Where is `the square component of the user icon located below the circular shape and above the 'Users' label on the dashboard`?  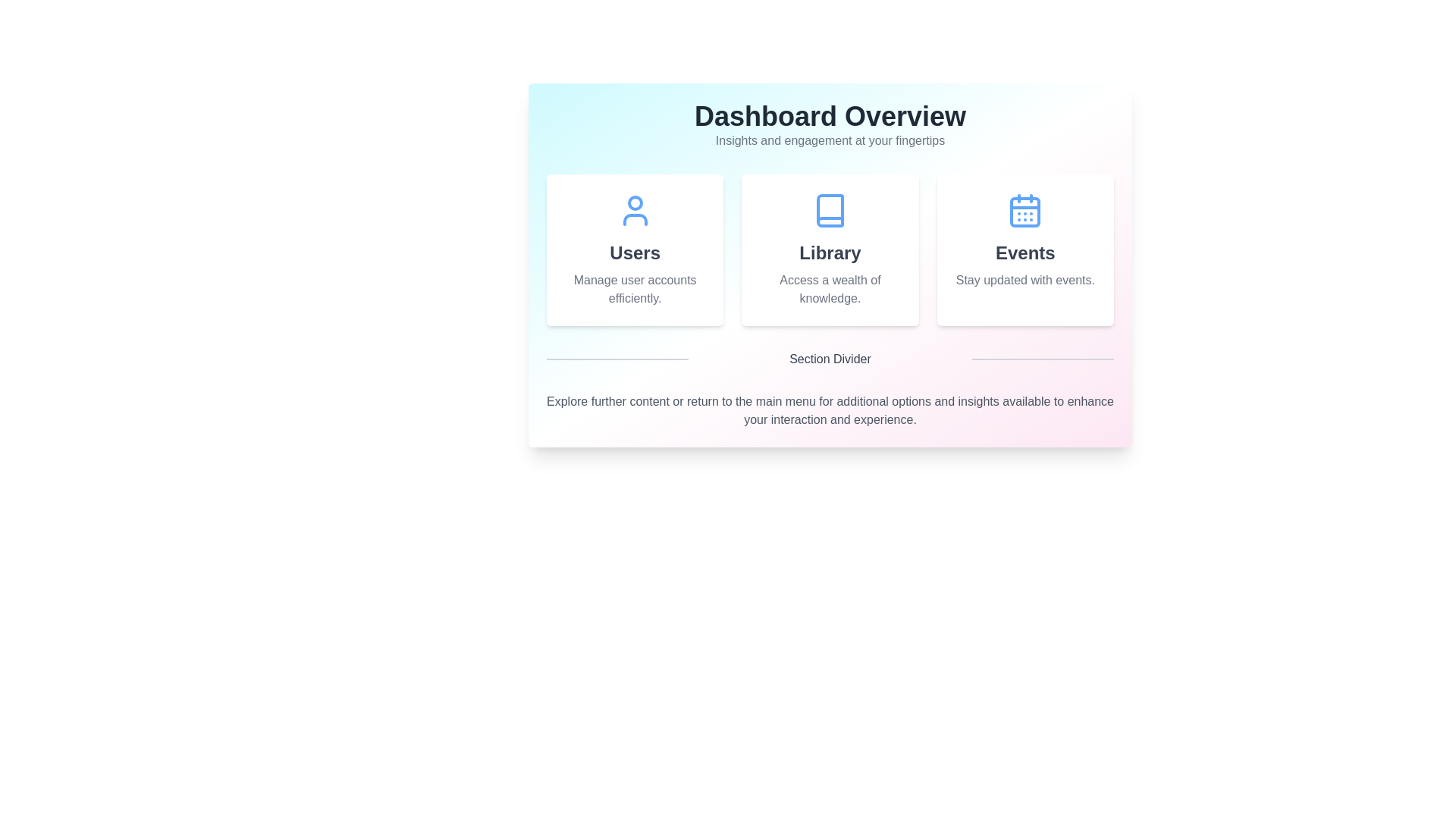 the square component of the user icon located below the circular shape and above the 'Users' label on the dashboard is located at coordinates (635, 219).